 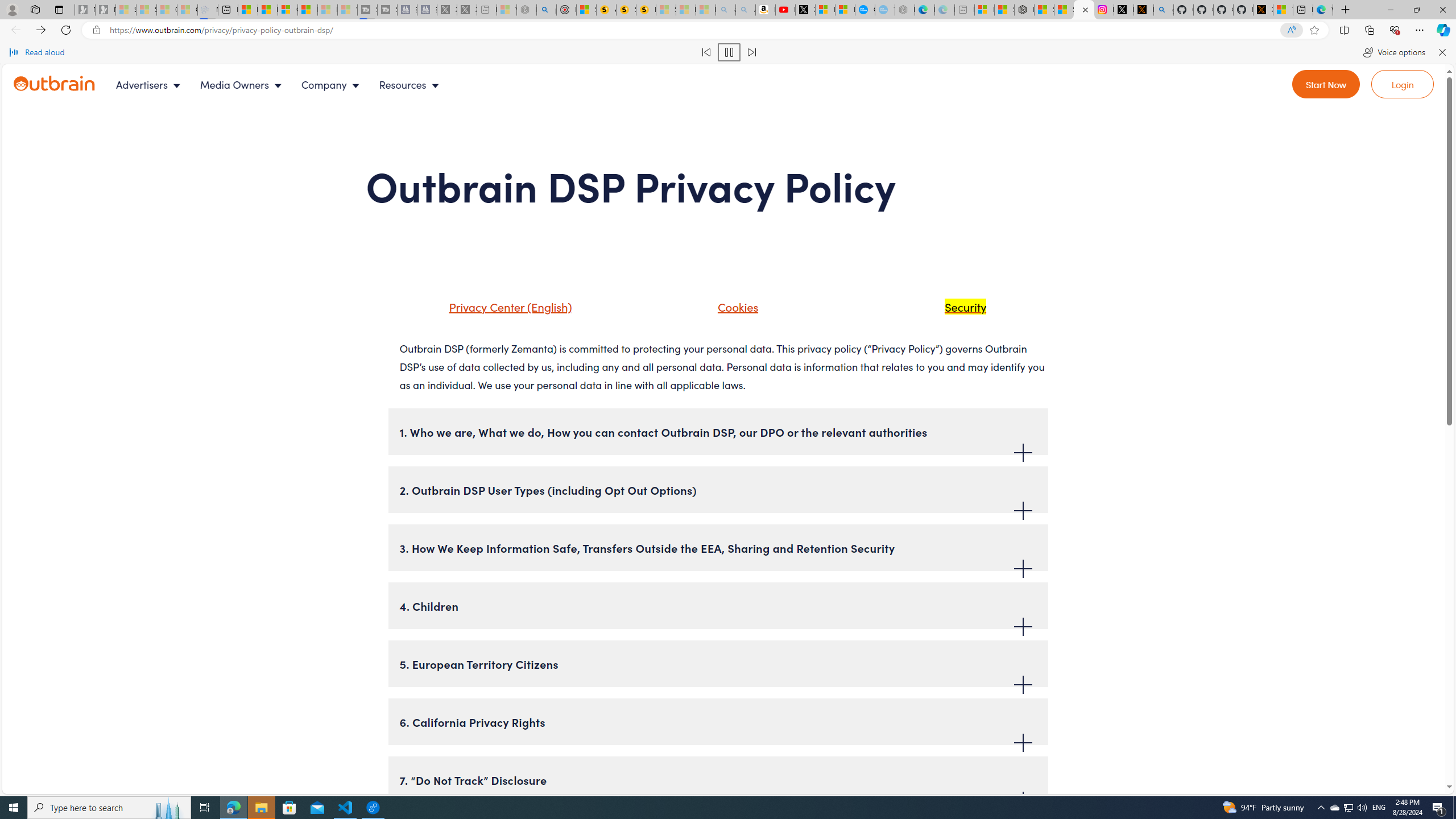 What do you see at coordinates (1326, 83) in the screenshot?
I see `'Go to Register'` at bounding box center [1326, 83].